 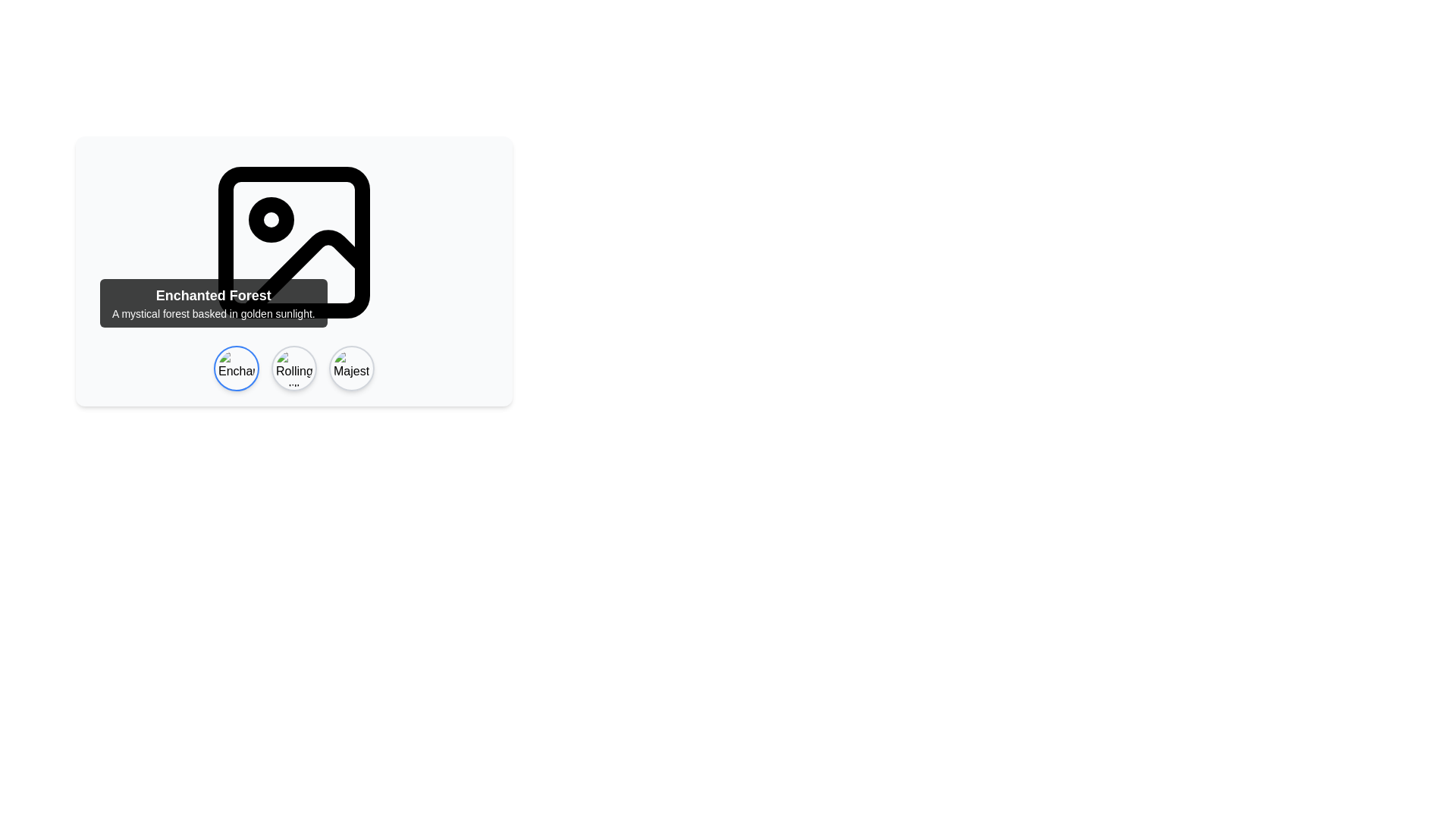 What do you see at coordinates (236, 369) in the screenshot?
I see `the first interactive circular button with a blue border and an embedded landscape image to observe the scaling effect` at bounding box center [236, 369].